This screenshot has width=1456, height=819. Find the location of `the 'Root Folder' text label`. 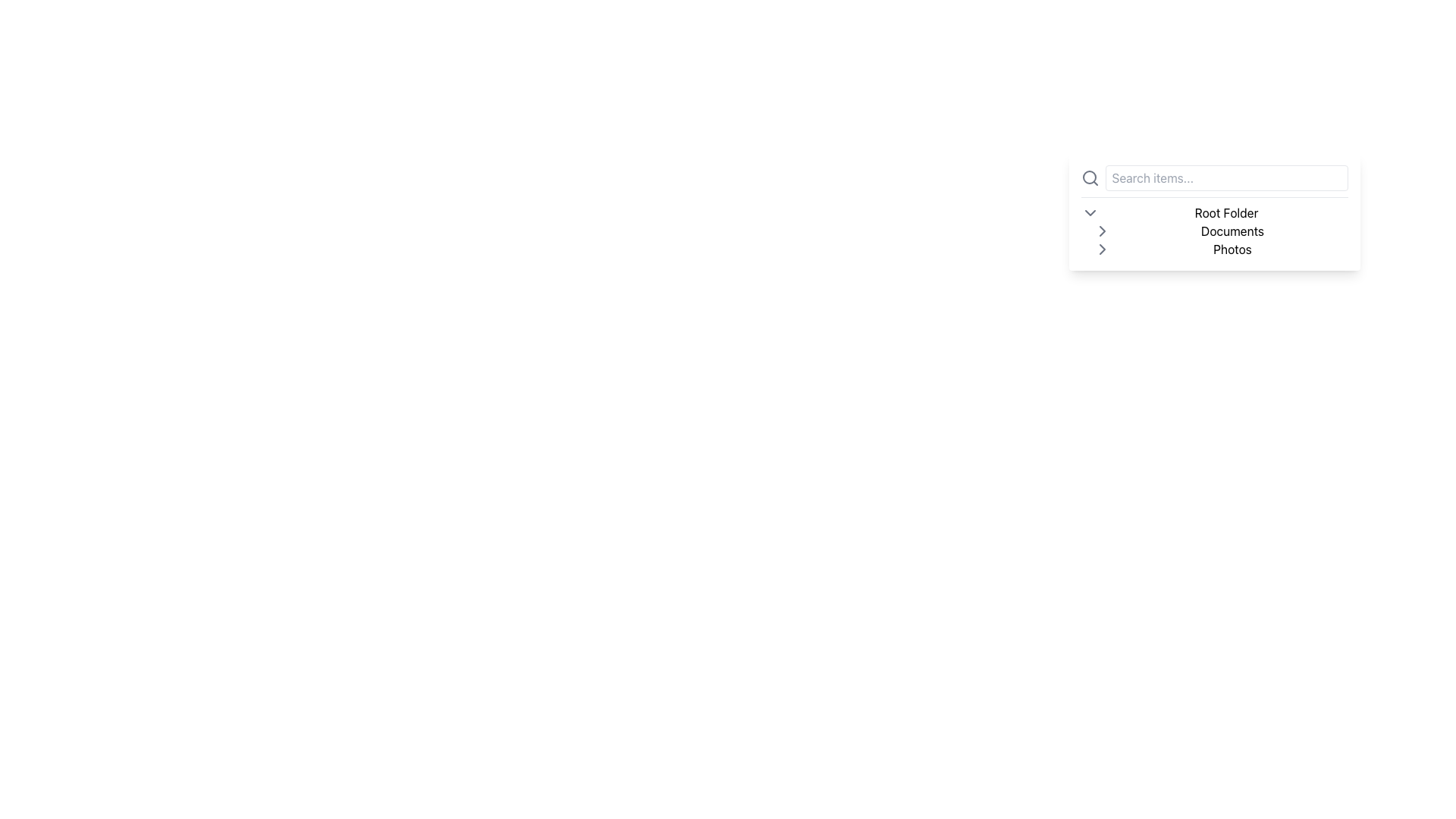

the 'Root Folder' text label is located at coordinates (1214, 213).